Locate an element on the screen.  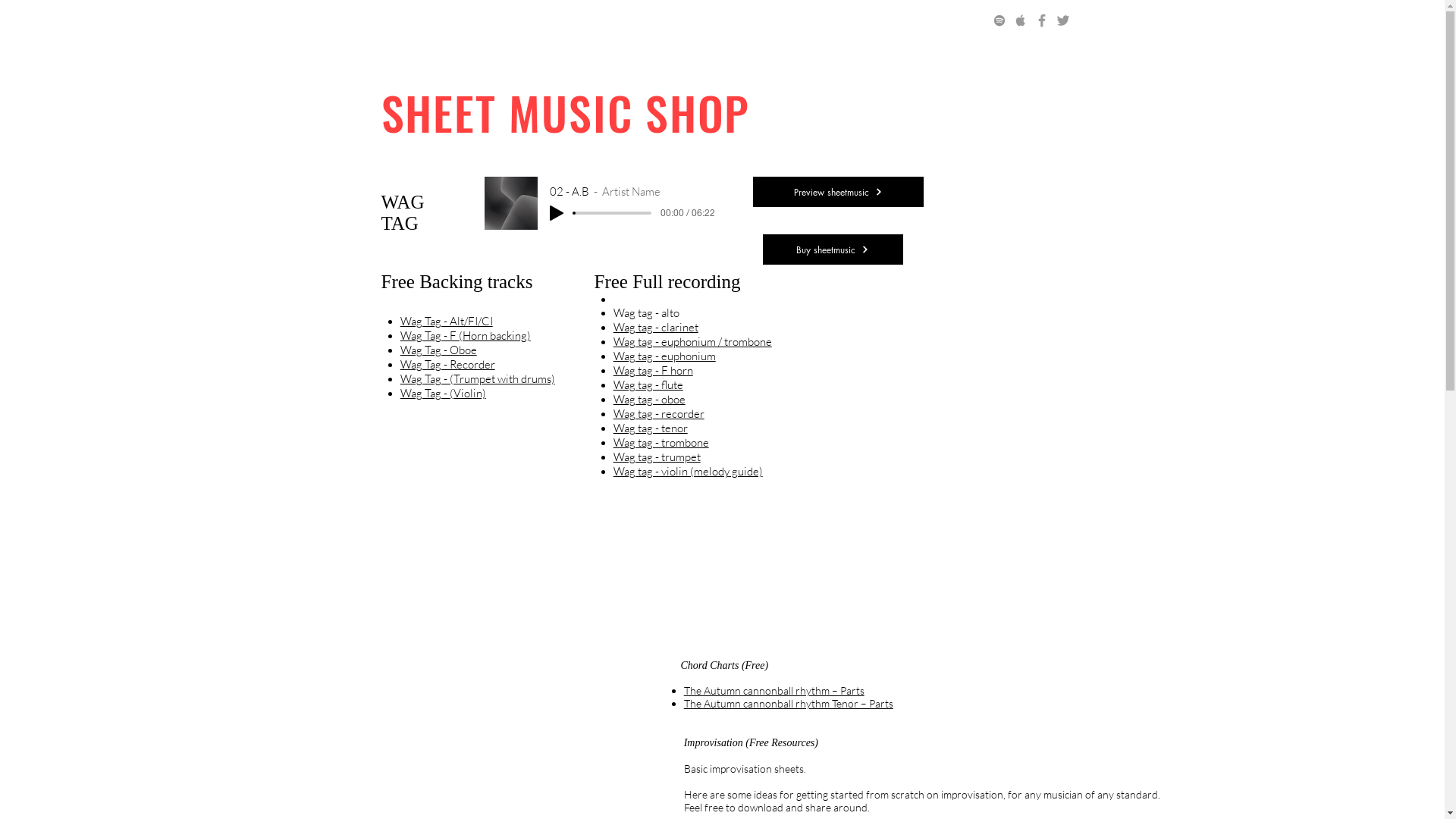
'Wag tag - trombone' is located at coordinates (661, 442).